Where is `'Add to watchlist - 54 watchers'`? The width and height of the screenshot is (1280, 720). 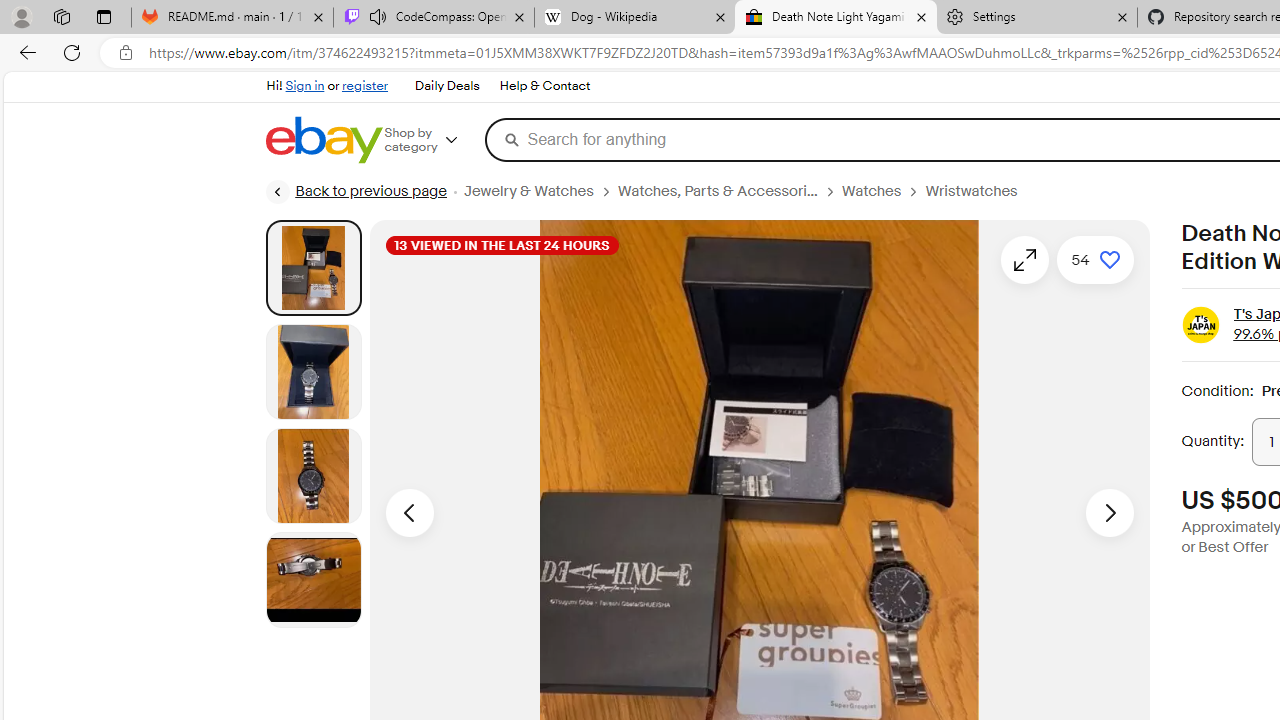 'Add to watchlist - 54 watchers' is located at coordinates (1094, 258).